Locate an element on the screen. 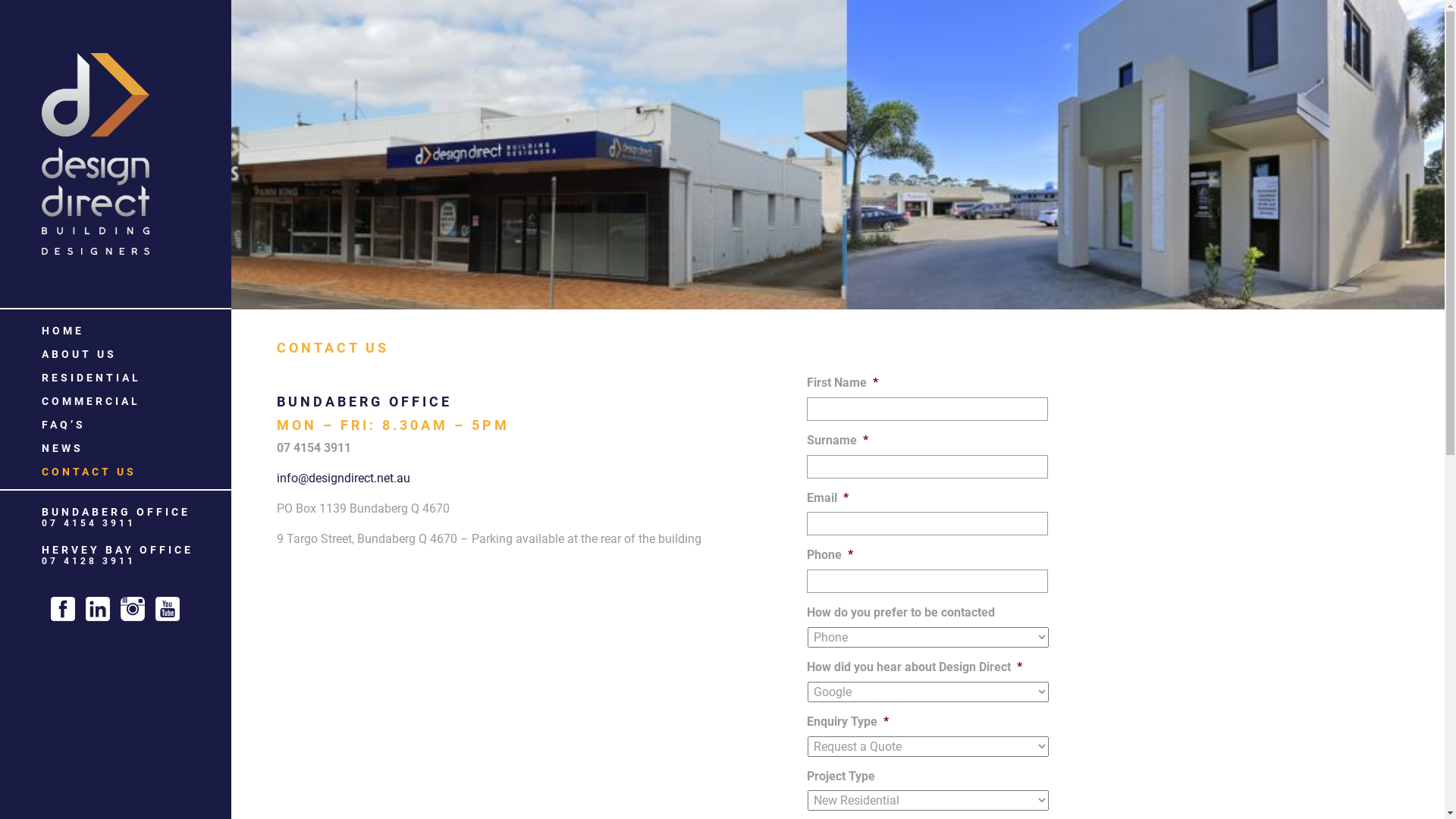  'ABOUT US' is located at coordinates (78, 353).